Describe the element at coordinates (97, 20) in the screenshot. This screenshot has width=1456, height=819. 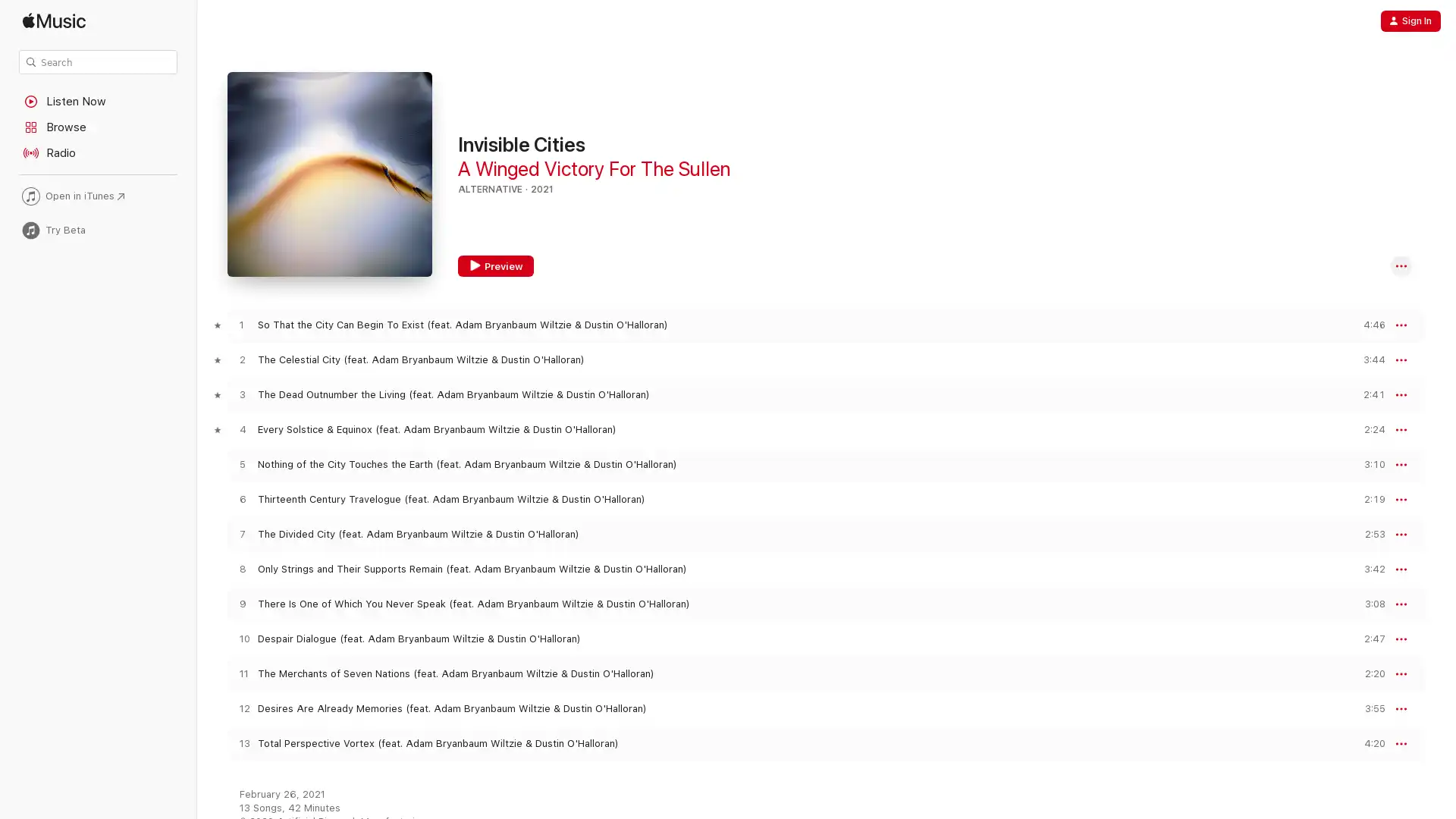
I see `Apple Music` at that location.